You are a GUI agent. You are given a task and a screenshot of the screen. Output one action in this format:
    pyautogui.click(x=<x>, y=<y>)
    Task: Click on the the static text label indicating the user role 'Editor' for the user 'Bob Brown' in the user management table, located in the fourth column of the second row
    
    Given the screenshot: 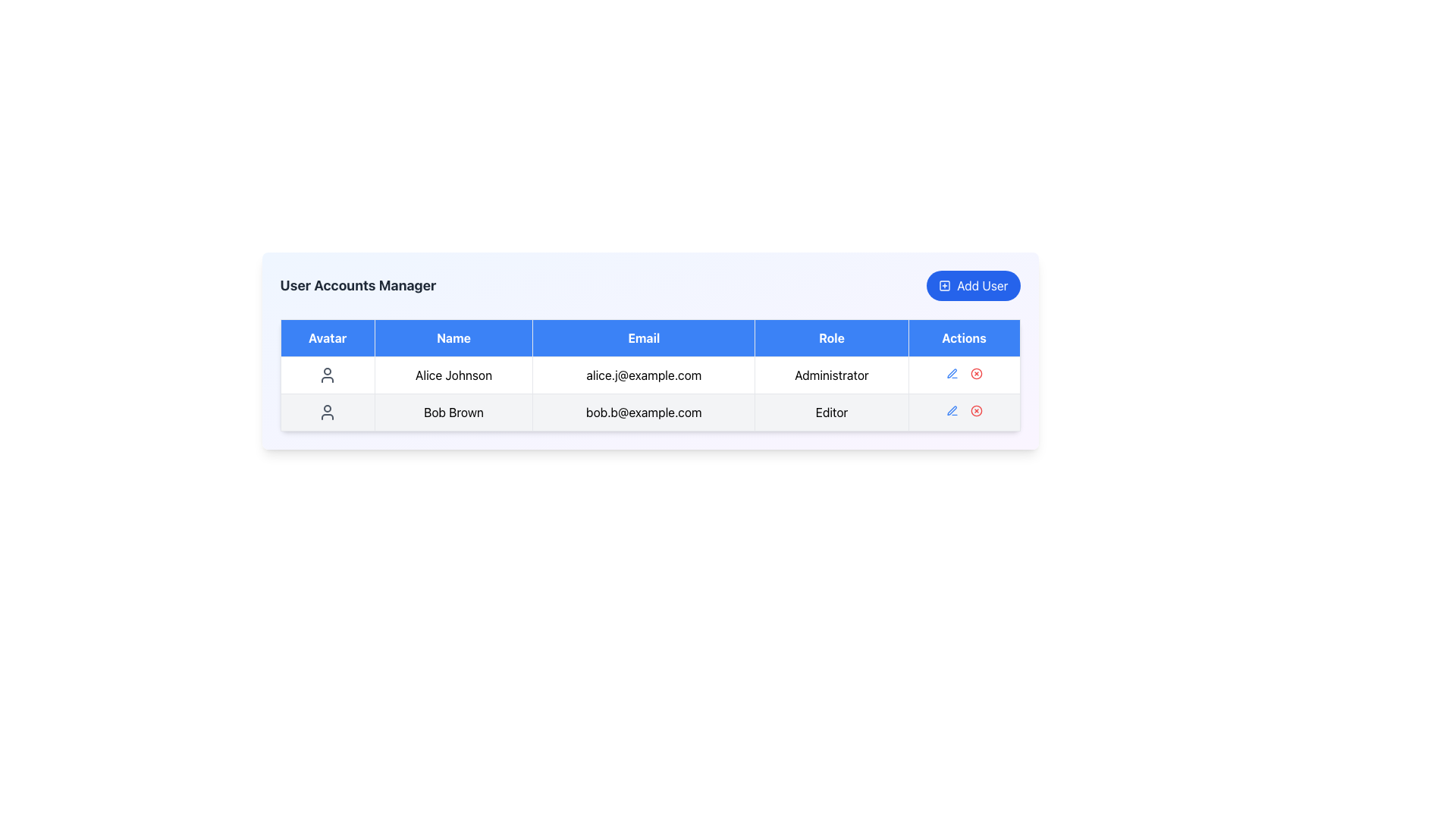 What is the action you would take?
    pyautogui.click(x=830, y=412)
    